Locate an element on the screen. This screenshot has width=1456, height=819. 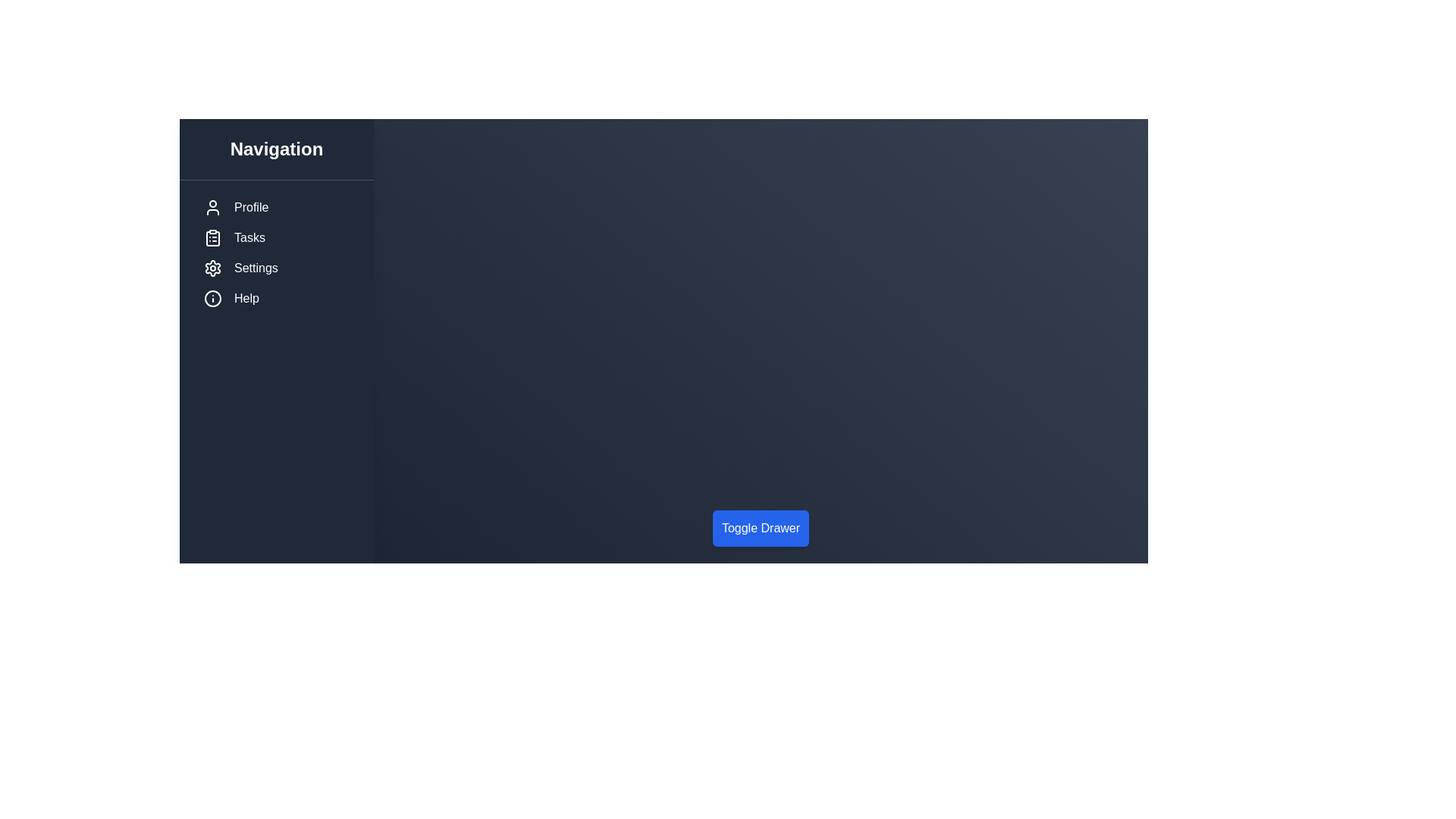
the menu item labeled Settings in the sidebar is located at coordinates (276, 268).